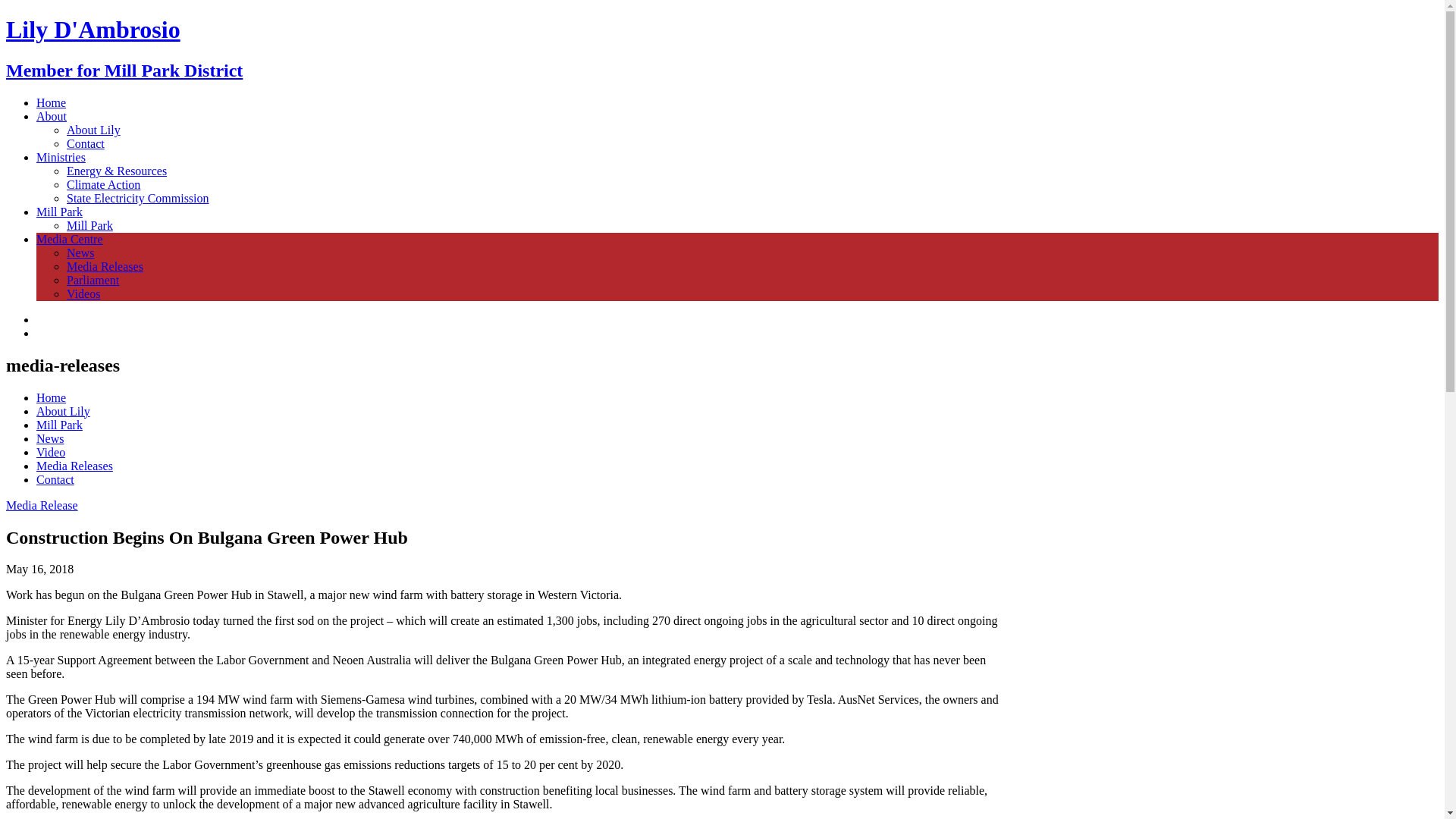 This screenshot has width=1456, height=819. Describe the element at coordinates (65, 265) in the screenshot. I see `'Media Releases'` at that location.